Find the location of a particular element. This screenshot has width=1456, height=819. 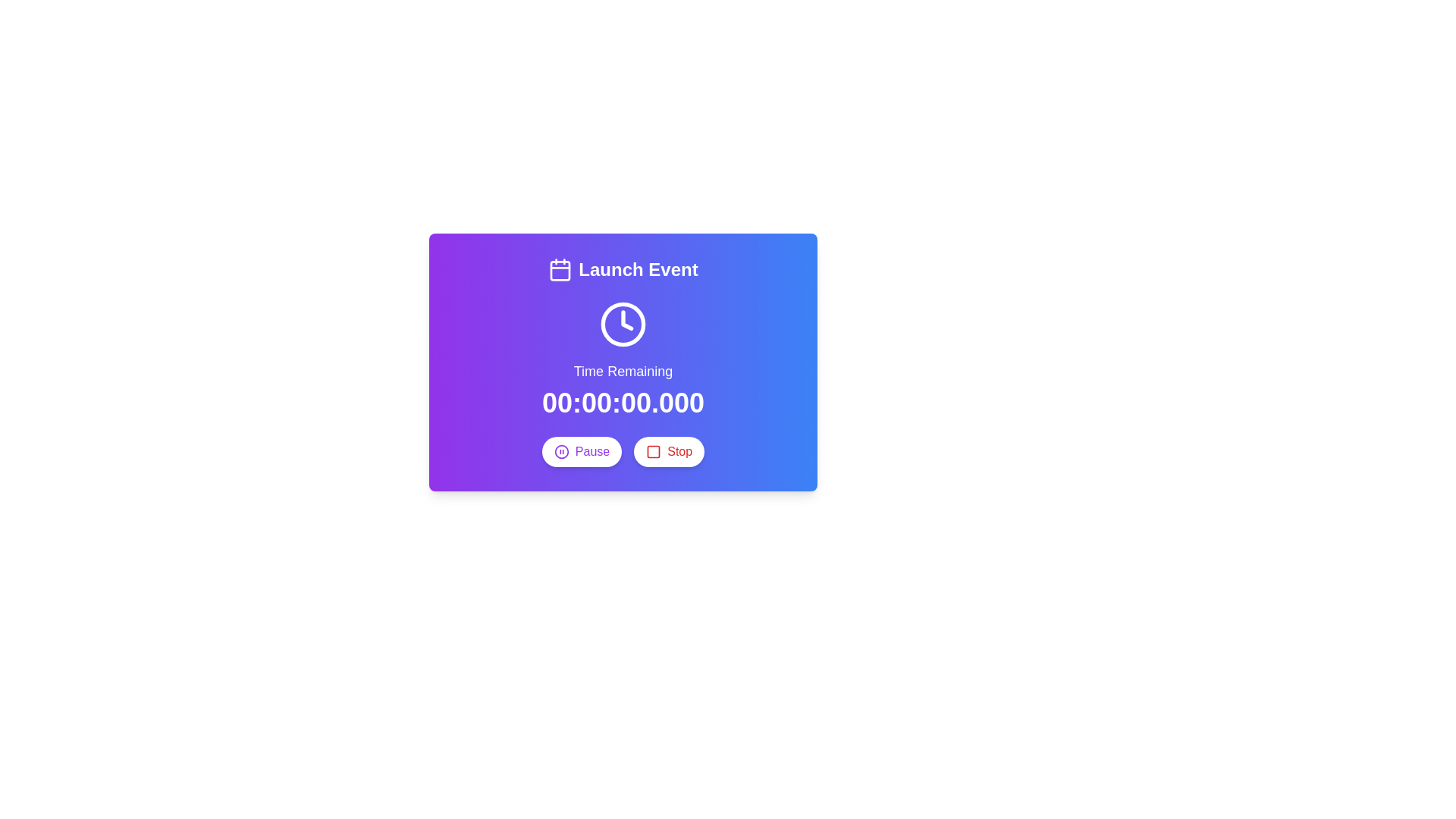

the 'Pause' button, which is a horizontally centered rounded rectangular button with a white background and purple text is located at coordinates (581, 451).